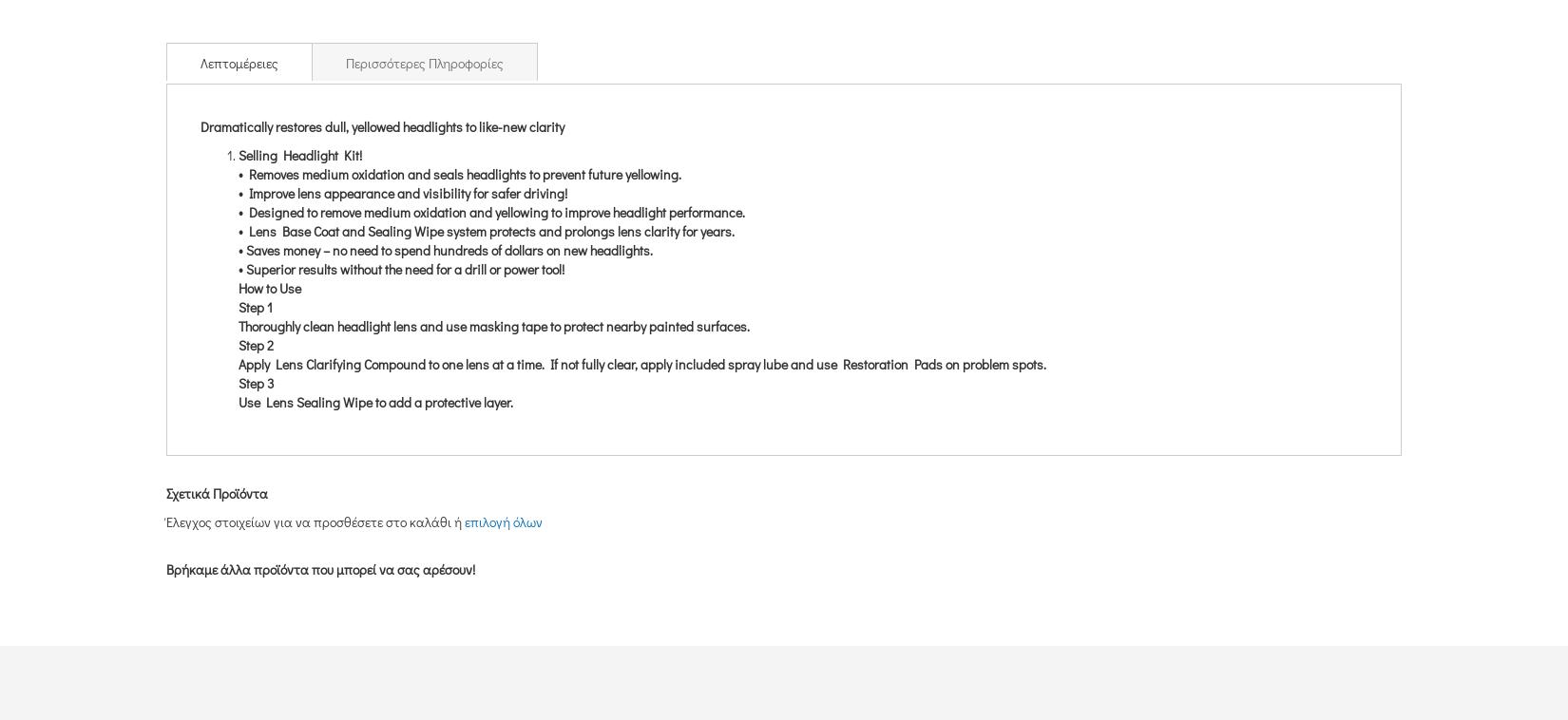 Image resolution: width=1568 pixels, height=720 pixels. What do you see at coordinates (238, 287) in the screenshot?
I see `'How to Use'` at bounding box center [238, 287].